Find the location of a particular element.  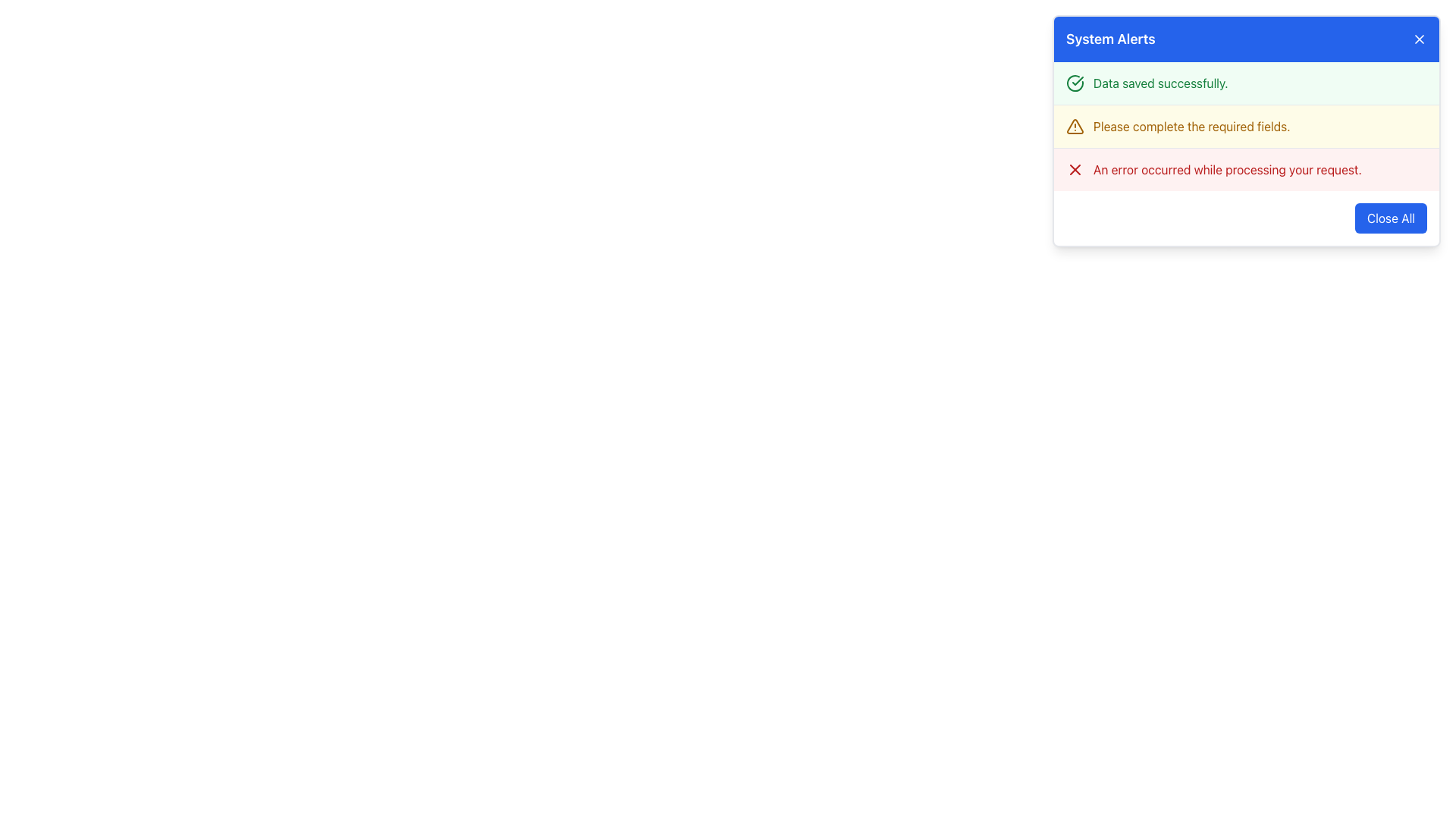

the close icon located at the top-right corner of the 'System Alerts' panel is located at coordinates (1074, 169).